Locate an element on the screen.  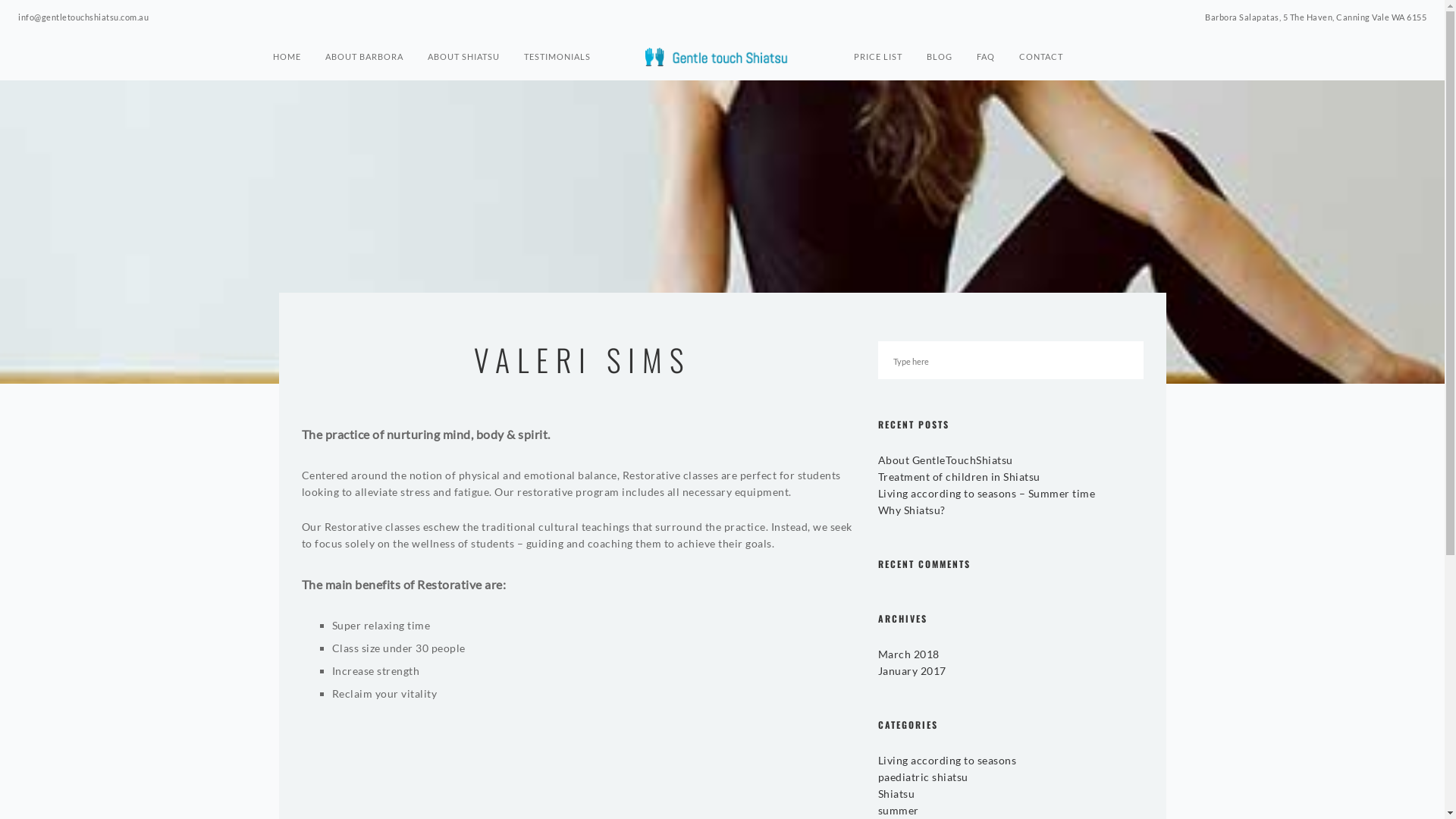
'summer' is located at coordinates (899, 809).